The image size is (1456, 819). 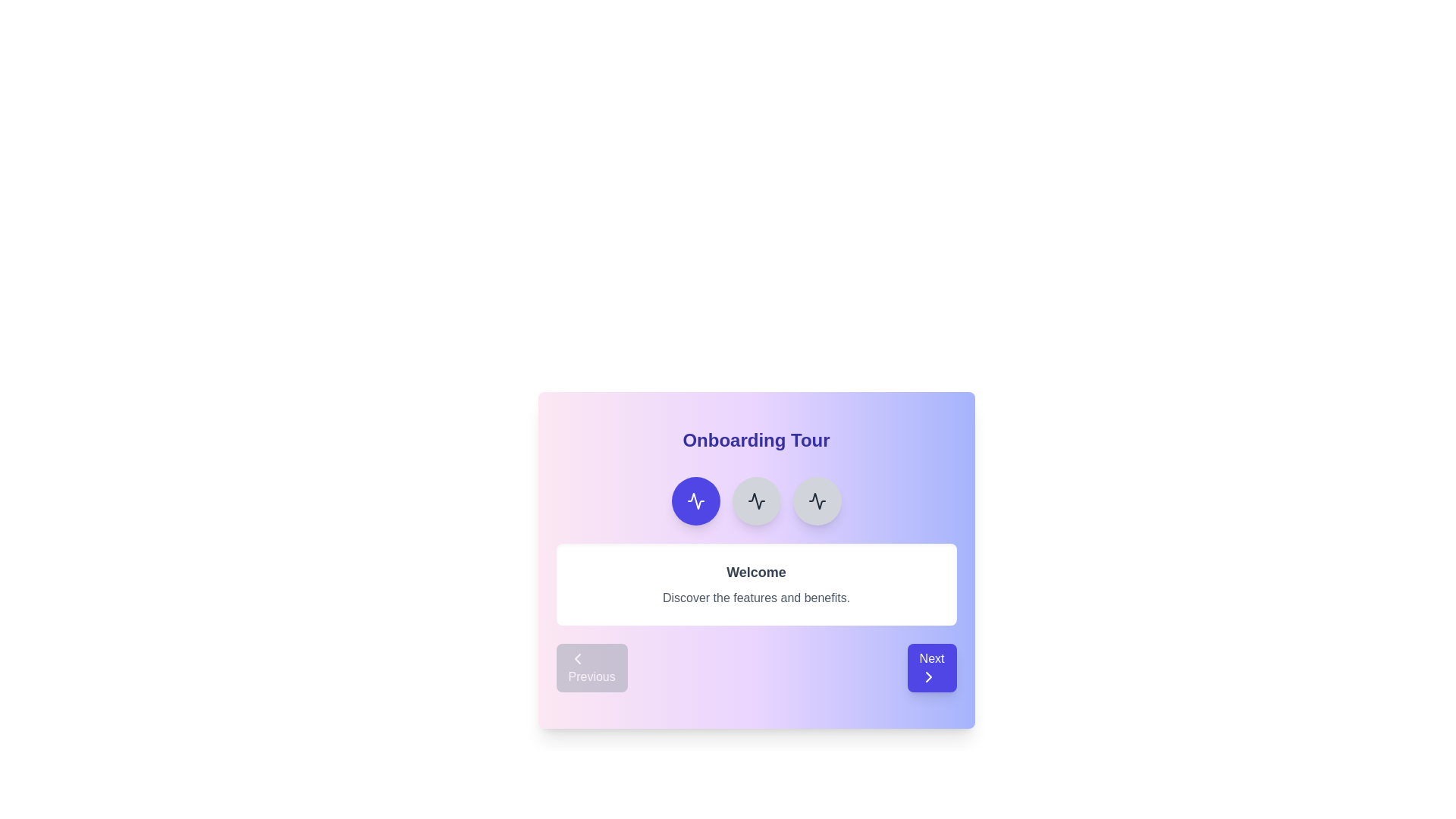 I want to click on the right-facing chevron icon within the 'Next' button, which is styled in a minimalist design and positioned towards the center-right of the page, so click(x=927, y=676).